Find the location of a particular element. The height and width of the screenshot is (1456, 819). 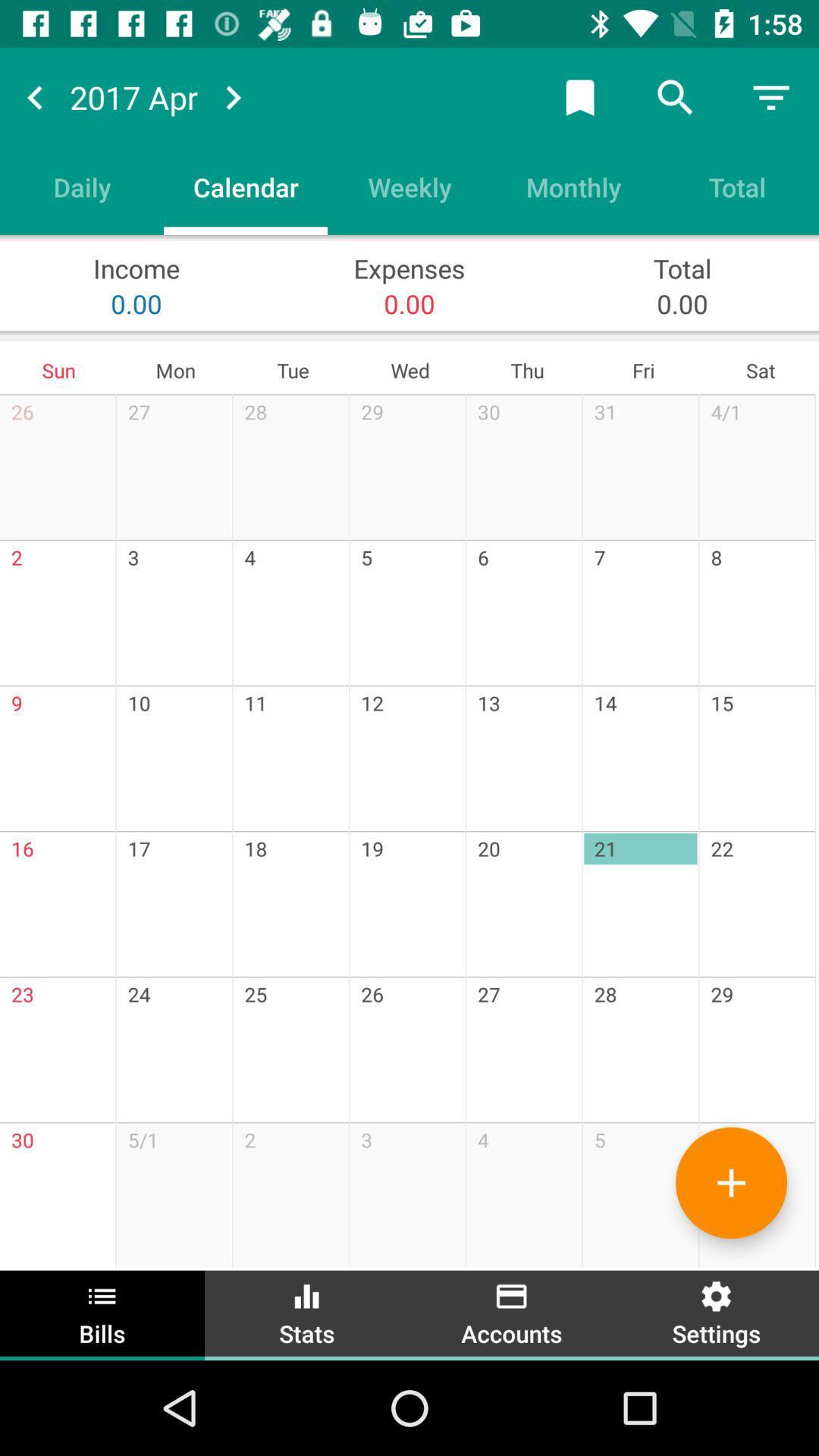

the arrow_backward icon is located at coordinates (34, 96).